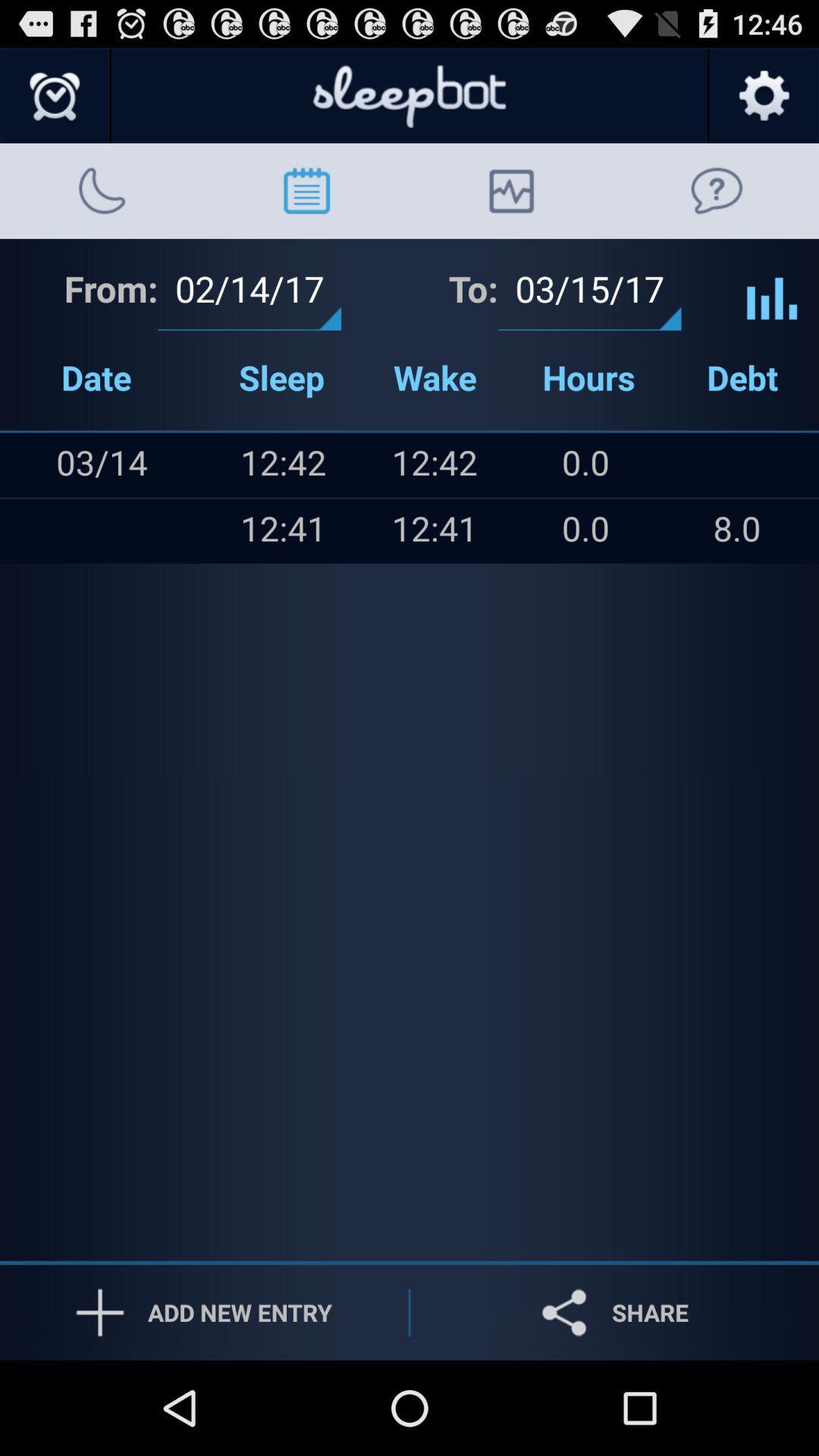 Image resolution: width=819 pixels, height=1456 pixels. What do you see at coordinates (736, 464) in the screenshot?
I see `app above the 0.0 icon` at bounding box center [736, 464].